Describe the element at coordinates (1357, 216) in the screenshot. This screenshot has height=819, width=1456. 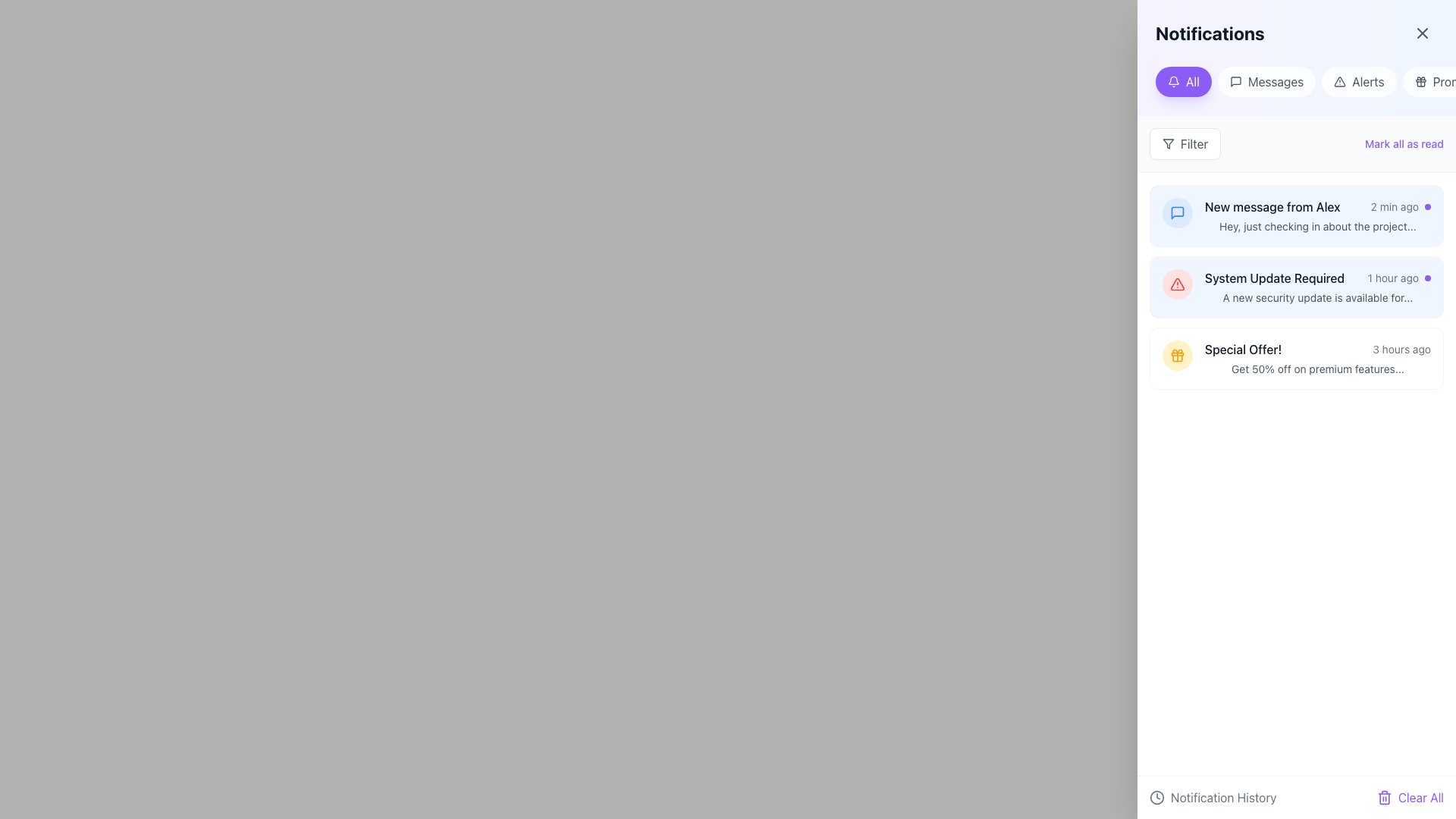
I see `the small square archive box icon located on the right side of the first notification titled 'New message from Alex', which is set within a rounded interactive background` at that location.